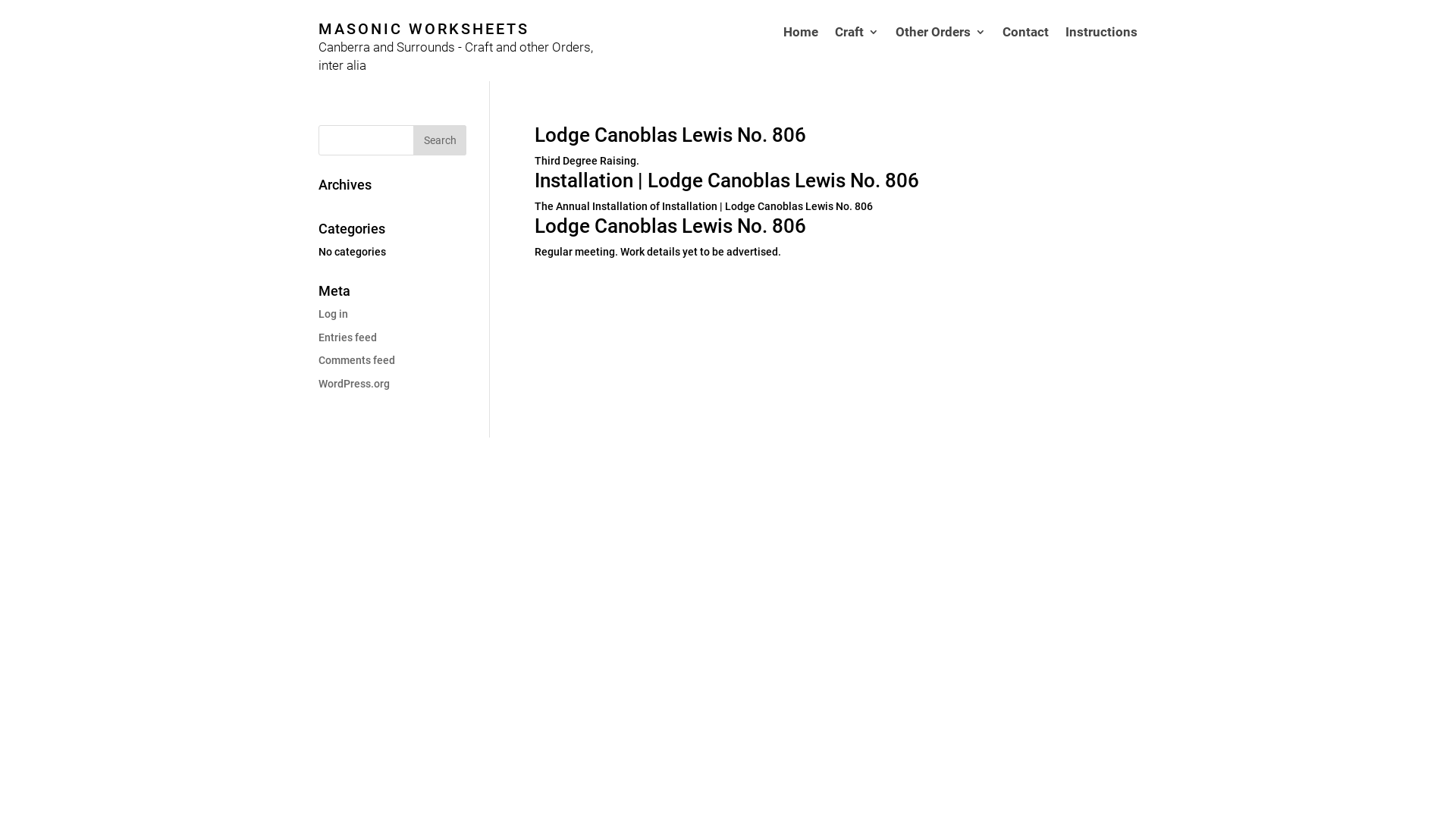  I want to click on 'Comments feed', so click(356, 359).